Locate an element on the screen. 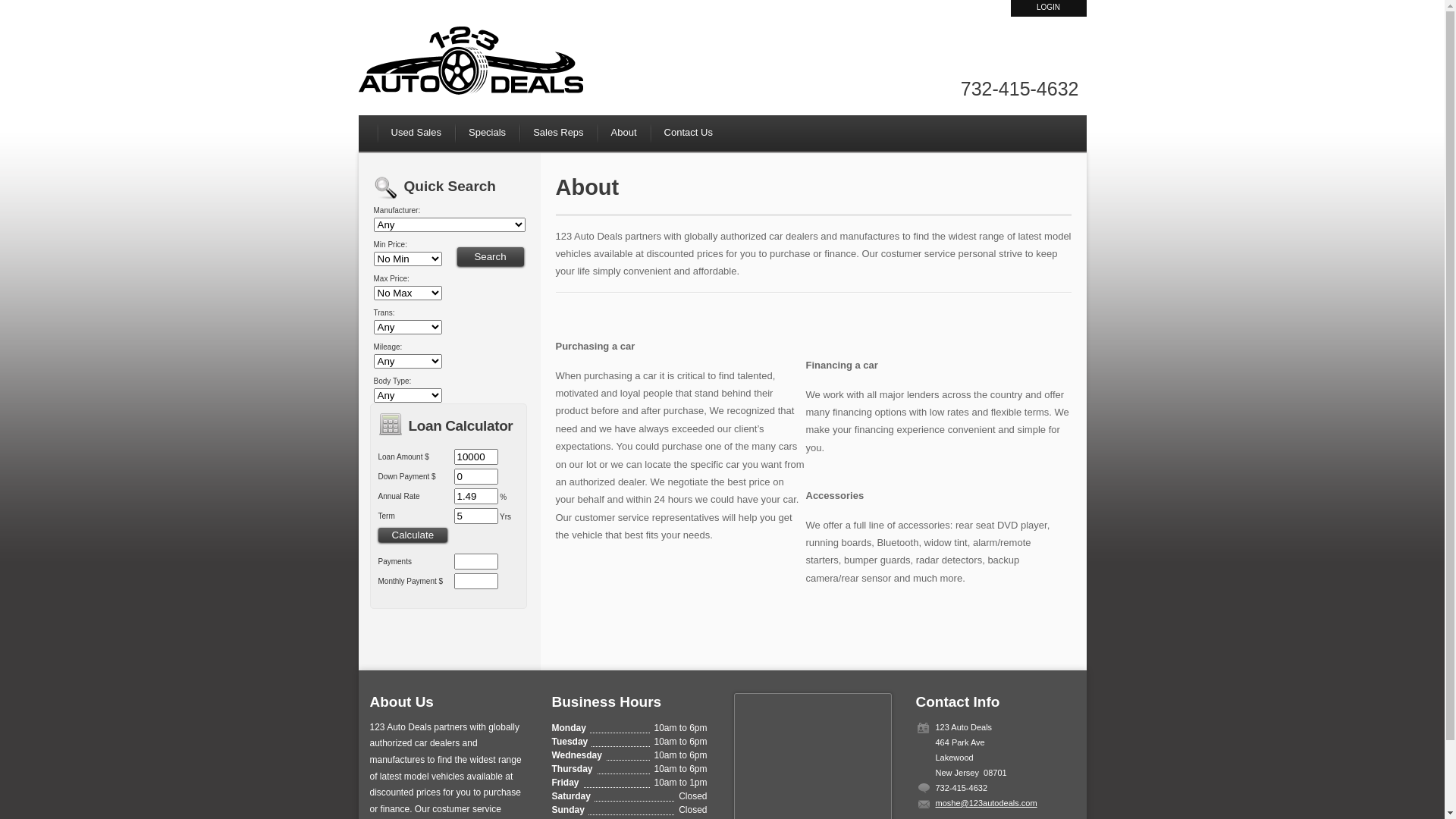 The width and height of the screenshot is (1456, 819). 'Contact Us' is located at coordinates (694, 131).